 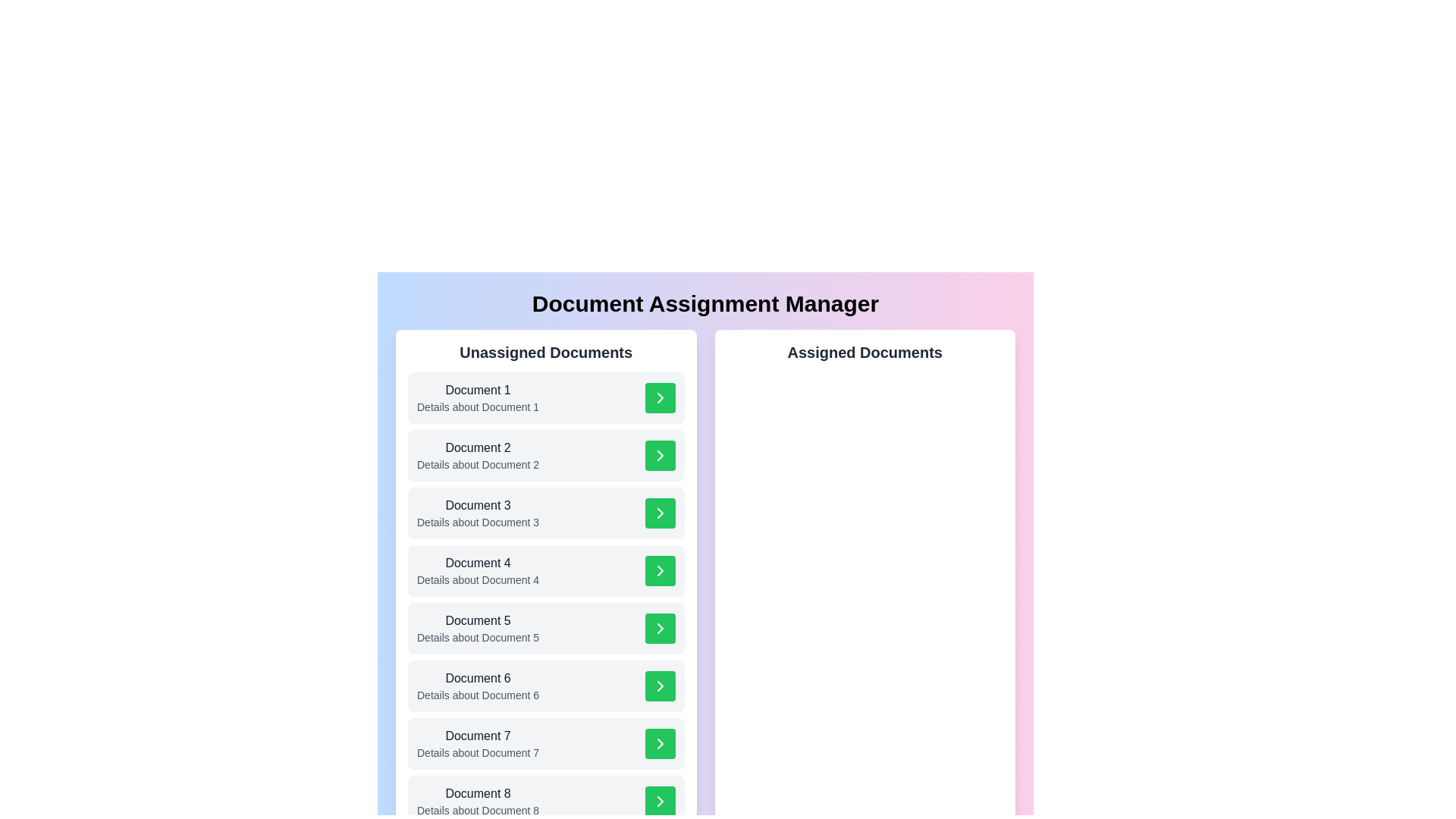 I want to click on the right-pointing chevron icon within the green button of the 'Document 2' list item under 'Unassigned Documents', so click(x=660, y=455).